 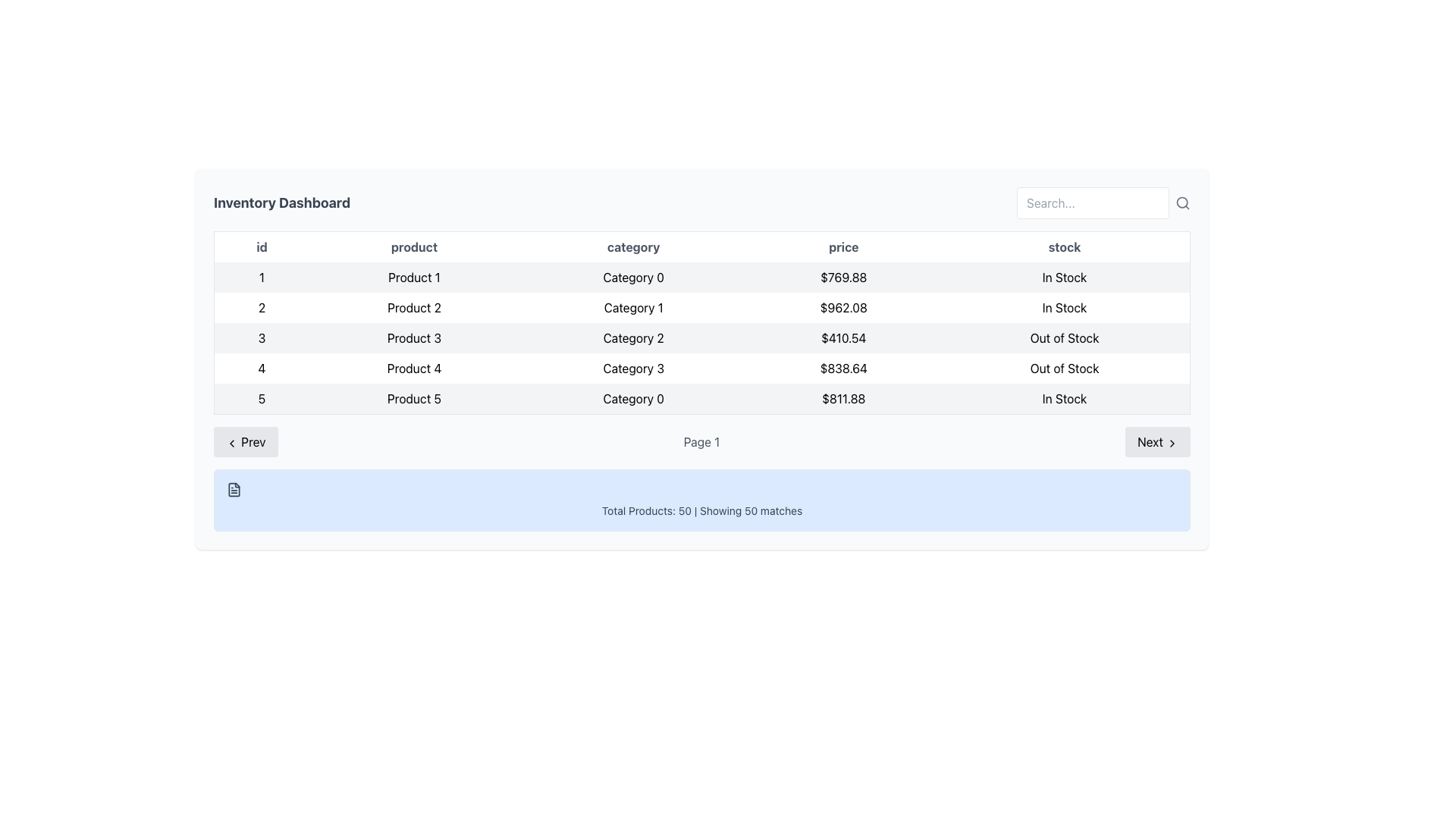 I want to click on the fourth Table Header in the table that indicates price-related data, positioned between 'category' and 'stock', so click(x=843, y=246).